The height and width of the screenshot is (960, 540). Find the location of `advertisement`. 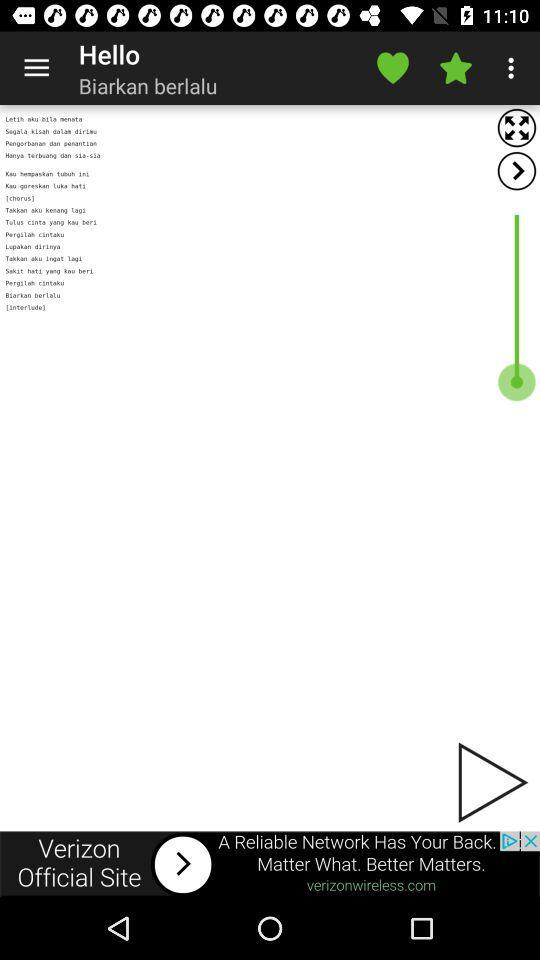

advertisement is located at coordinates (270, 468).